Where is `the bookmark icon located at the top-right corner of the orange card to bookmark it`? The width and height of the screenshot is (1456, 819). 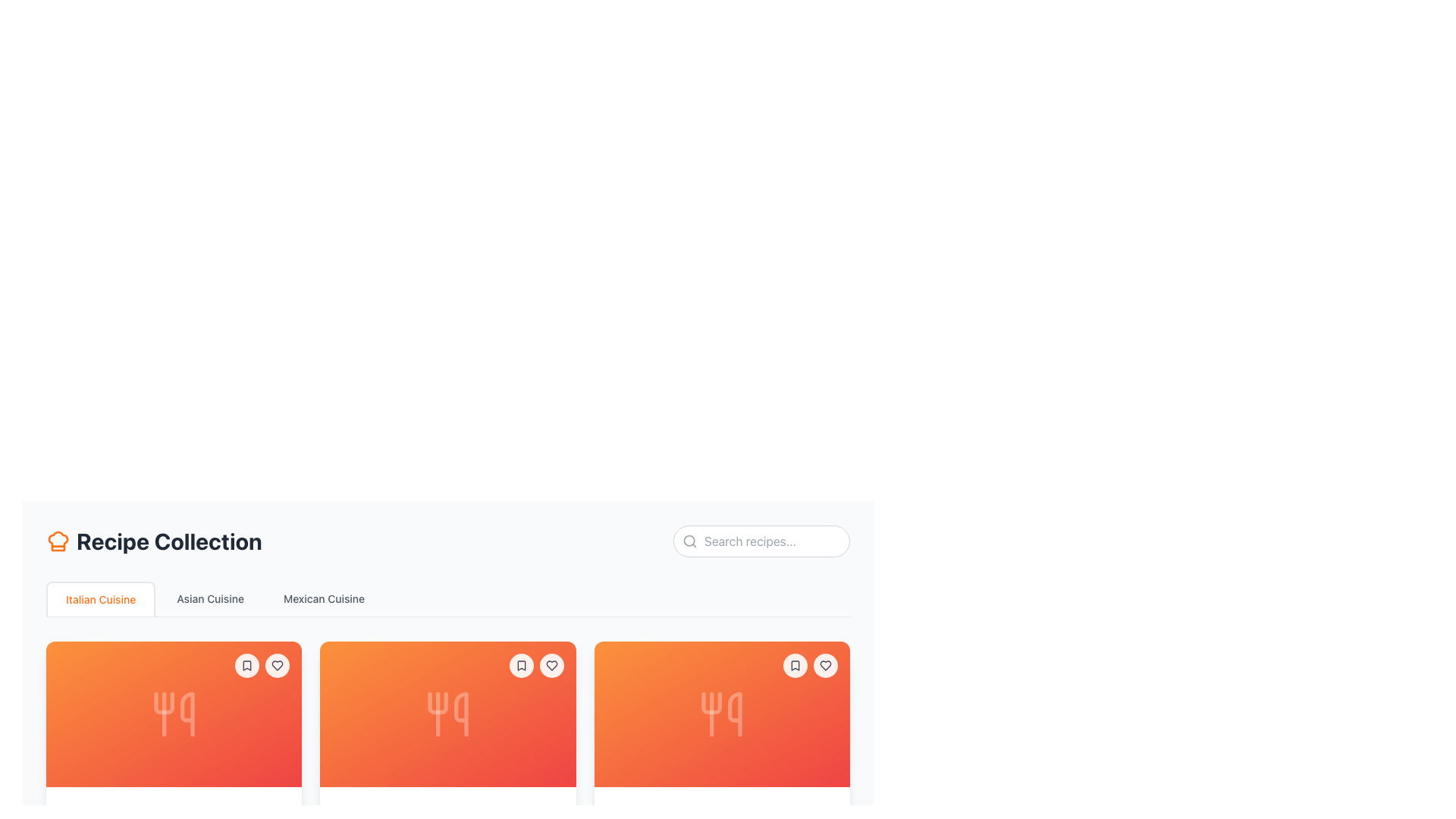 the bookmark icon located at the top-right corner of the orange card to bookmark it is located at coordinates (795, 665).